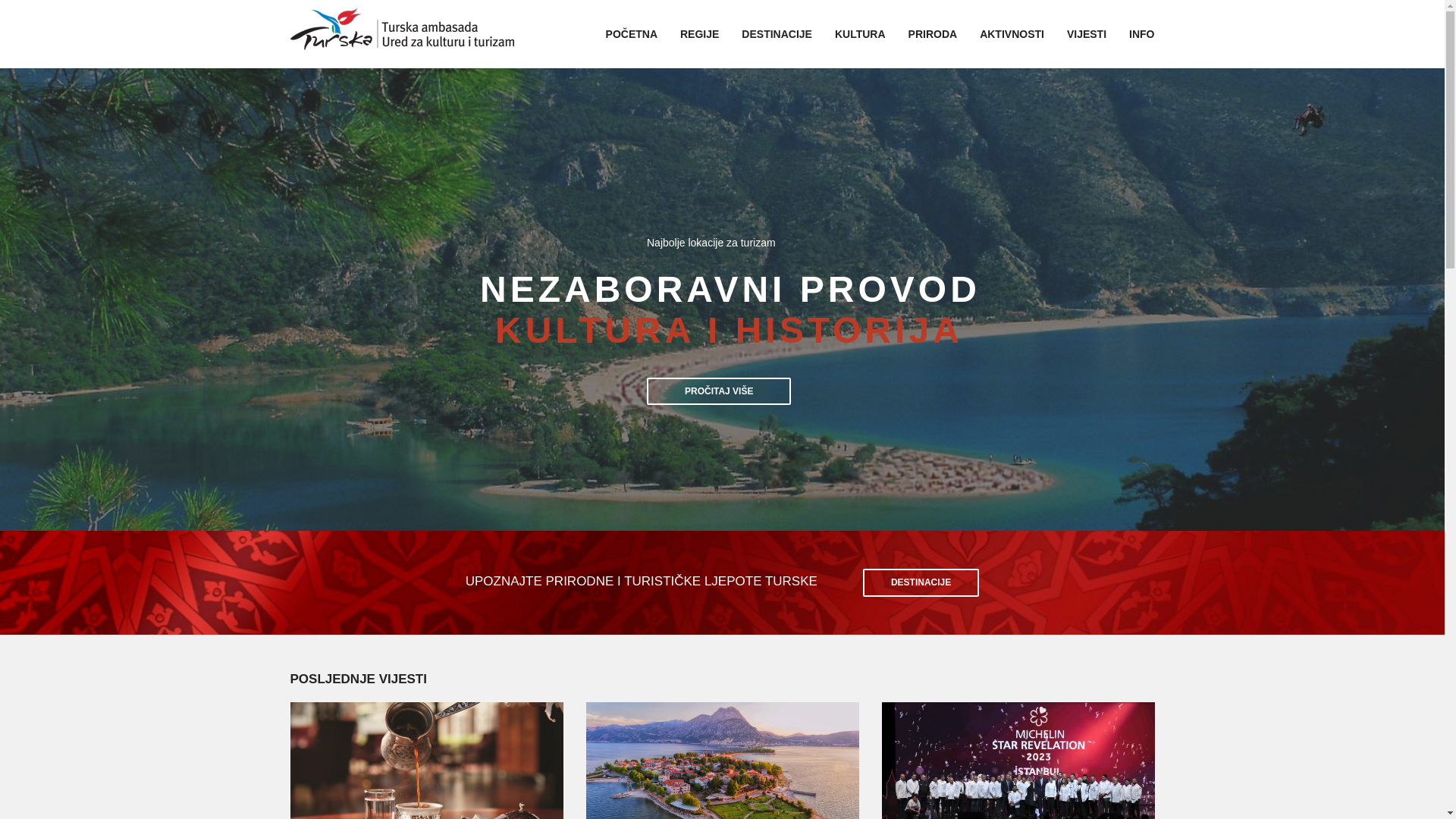  I want to click on 'KULTURA', so click(860, 34).